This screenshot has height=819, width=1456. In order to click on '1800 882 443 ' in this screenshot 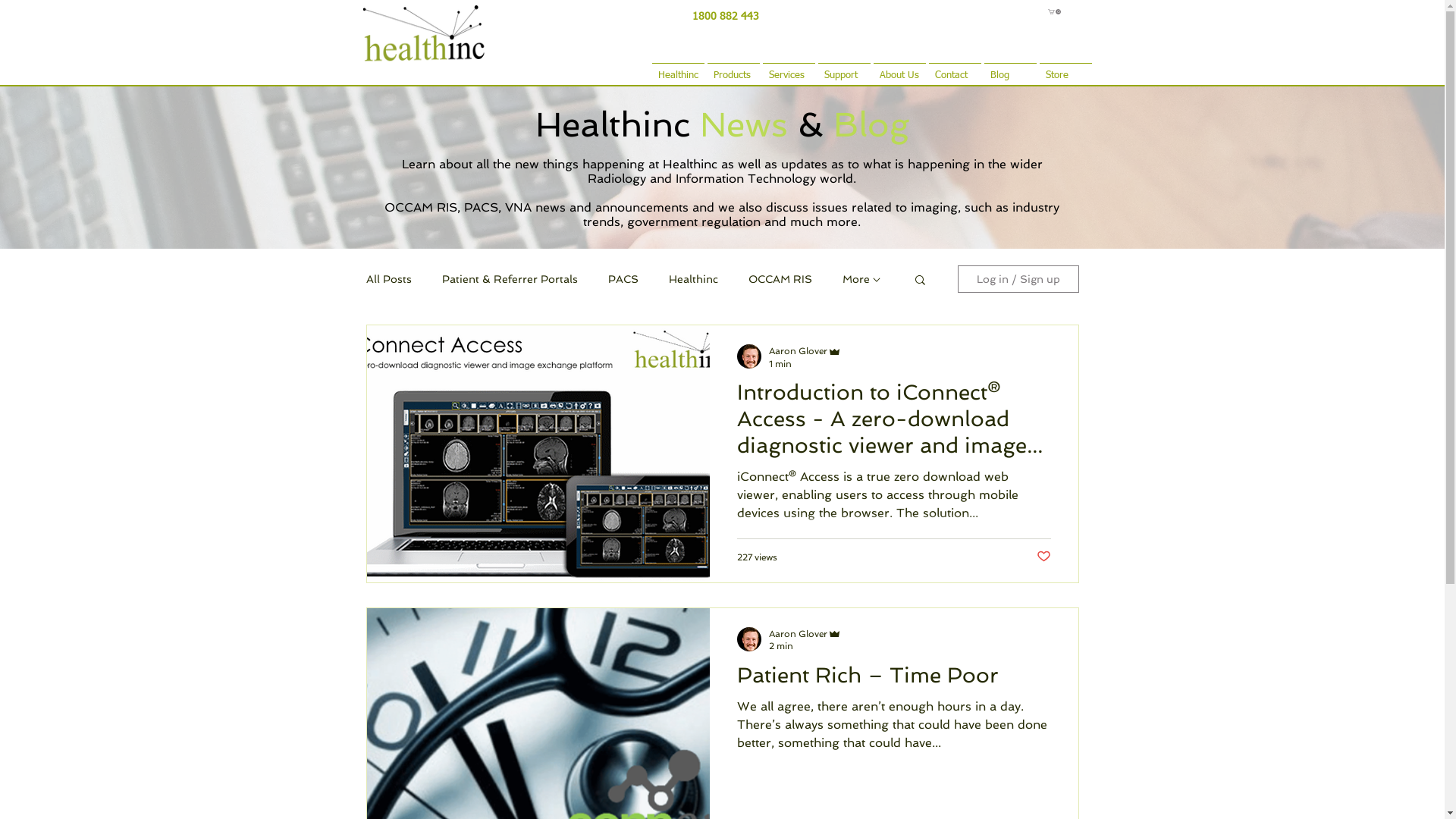, I will do `click(726, 15)`.